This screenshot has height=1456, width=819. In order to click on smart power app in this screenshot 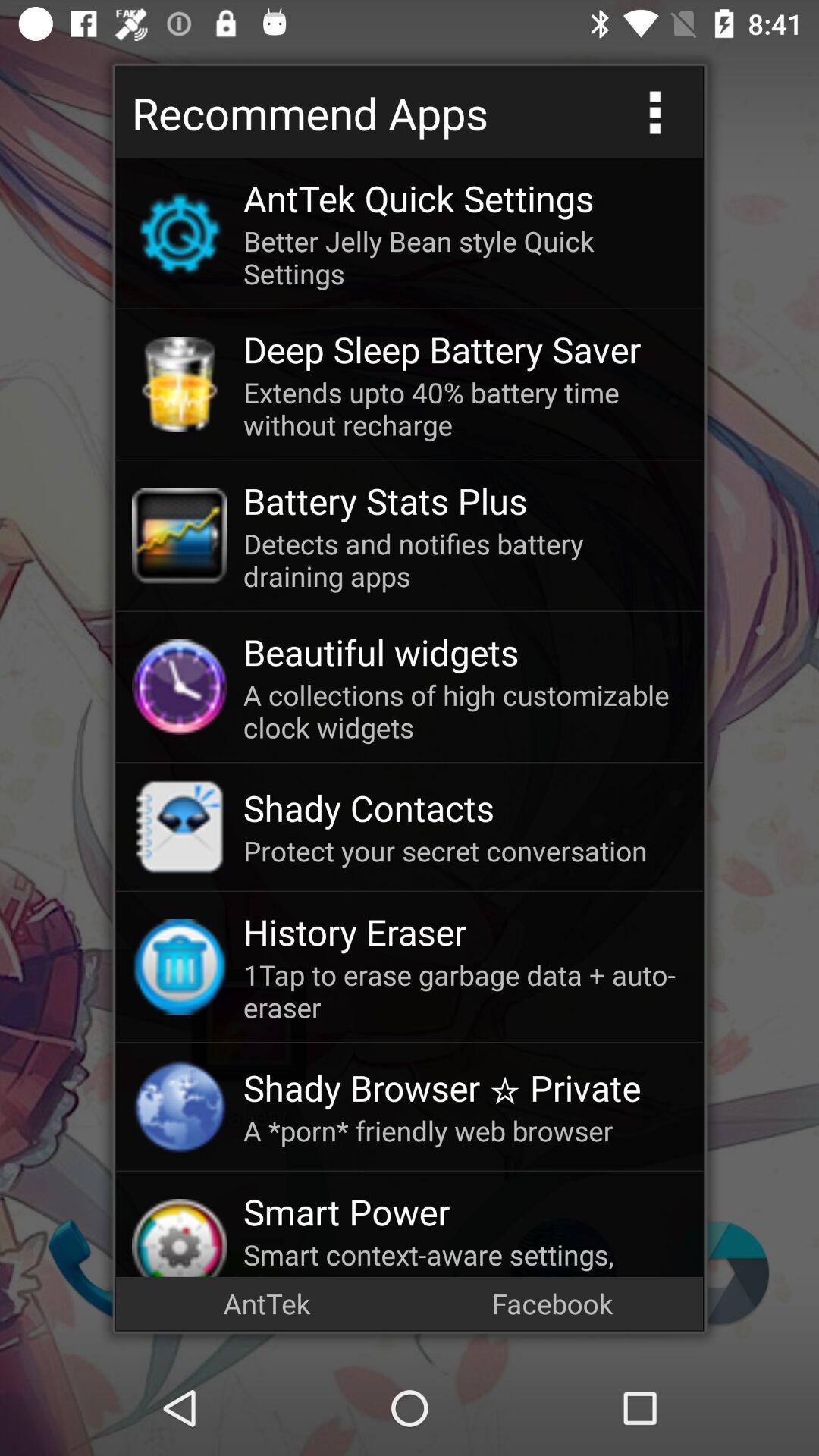, I will do `click(464, 1210)`.